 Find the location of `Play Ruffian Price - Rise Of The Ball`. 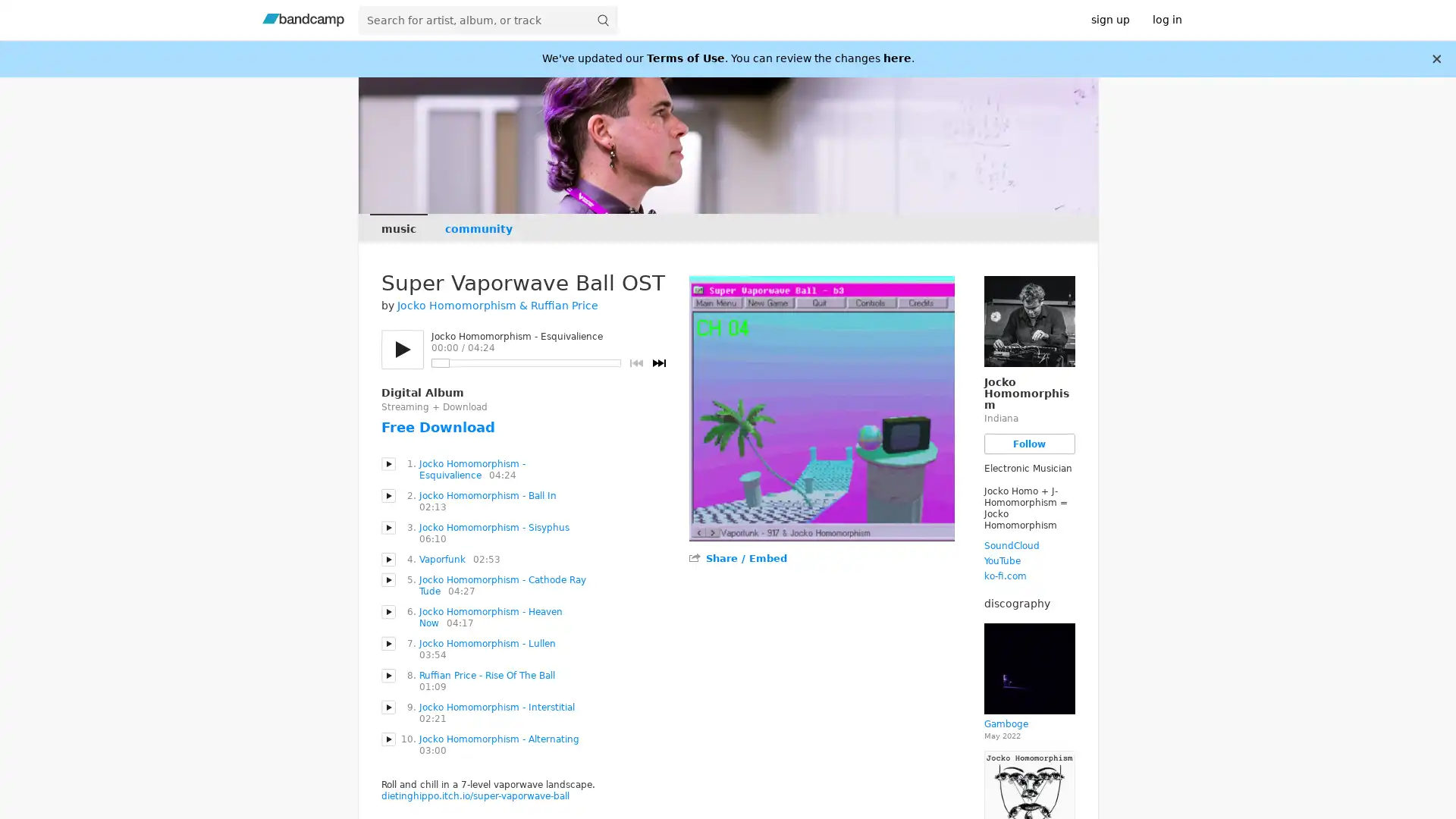

Play Ruffian Price - Rise Of The Ball is located at coordinates (388, 675).